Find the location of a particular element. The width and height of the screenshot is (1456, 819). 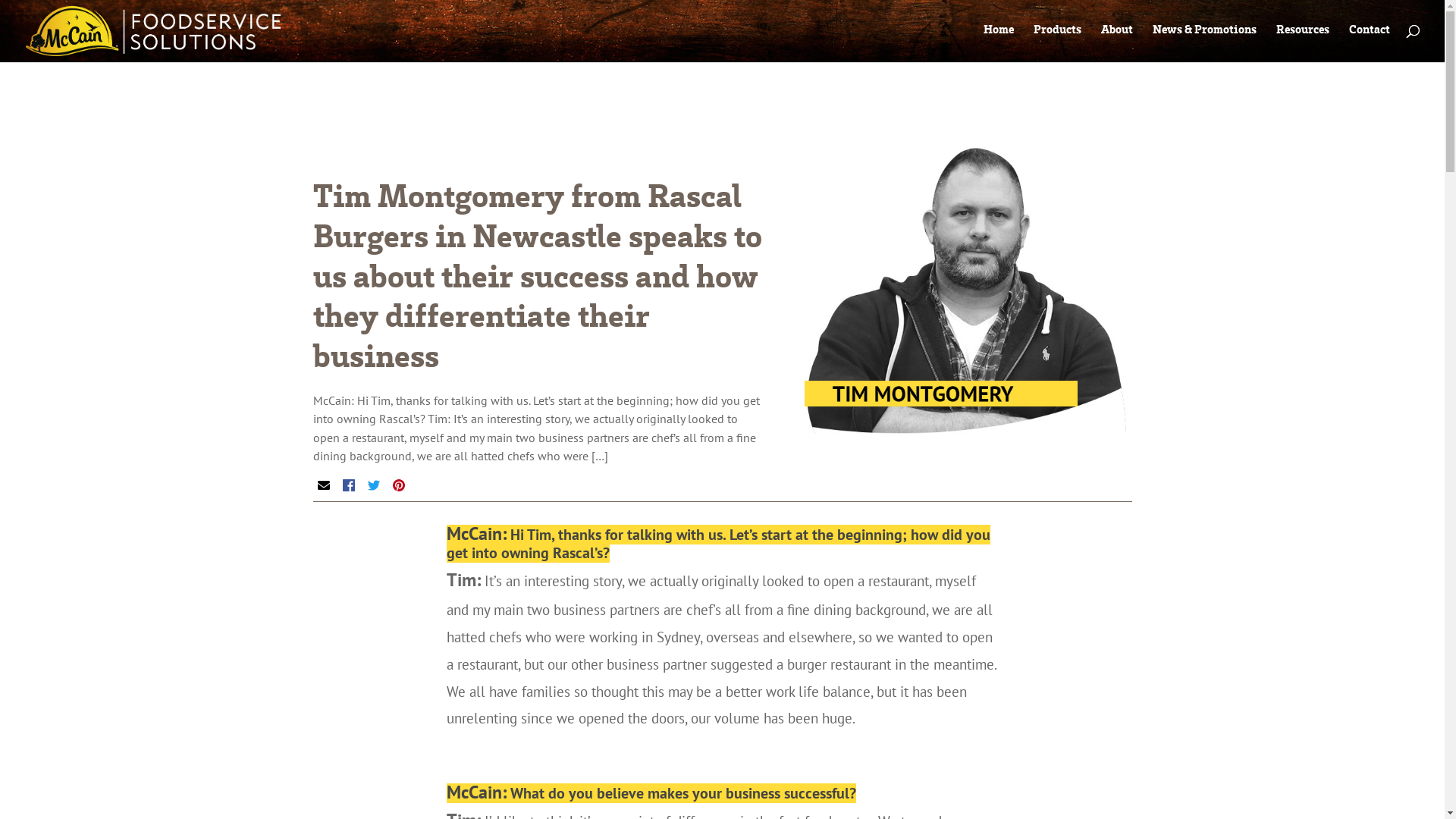

'Tweet' is located at coordinates (372, 485).